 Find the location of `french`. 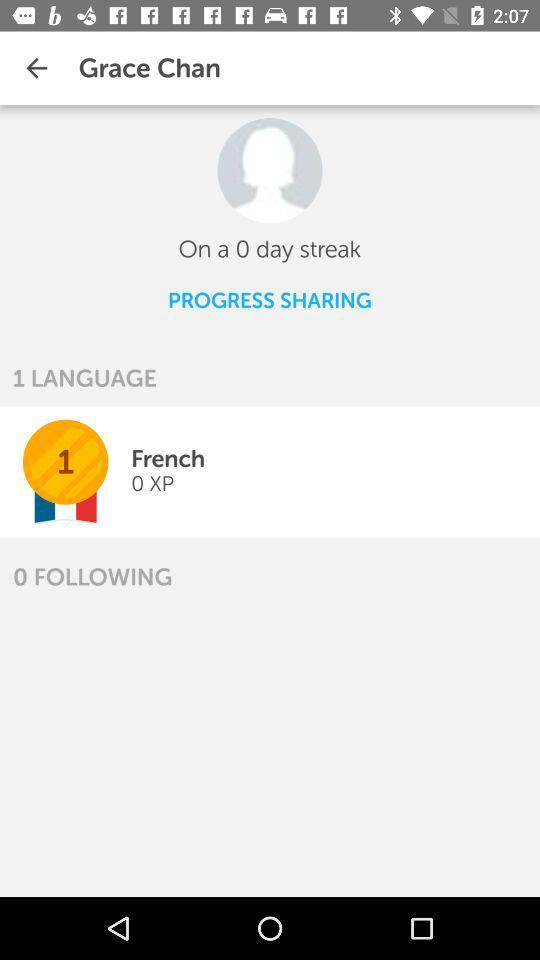

french is located at coordinates (167, 458).